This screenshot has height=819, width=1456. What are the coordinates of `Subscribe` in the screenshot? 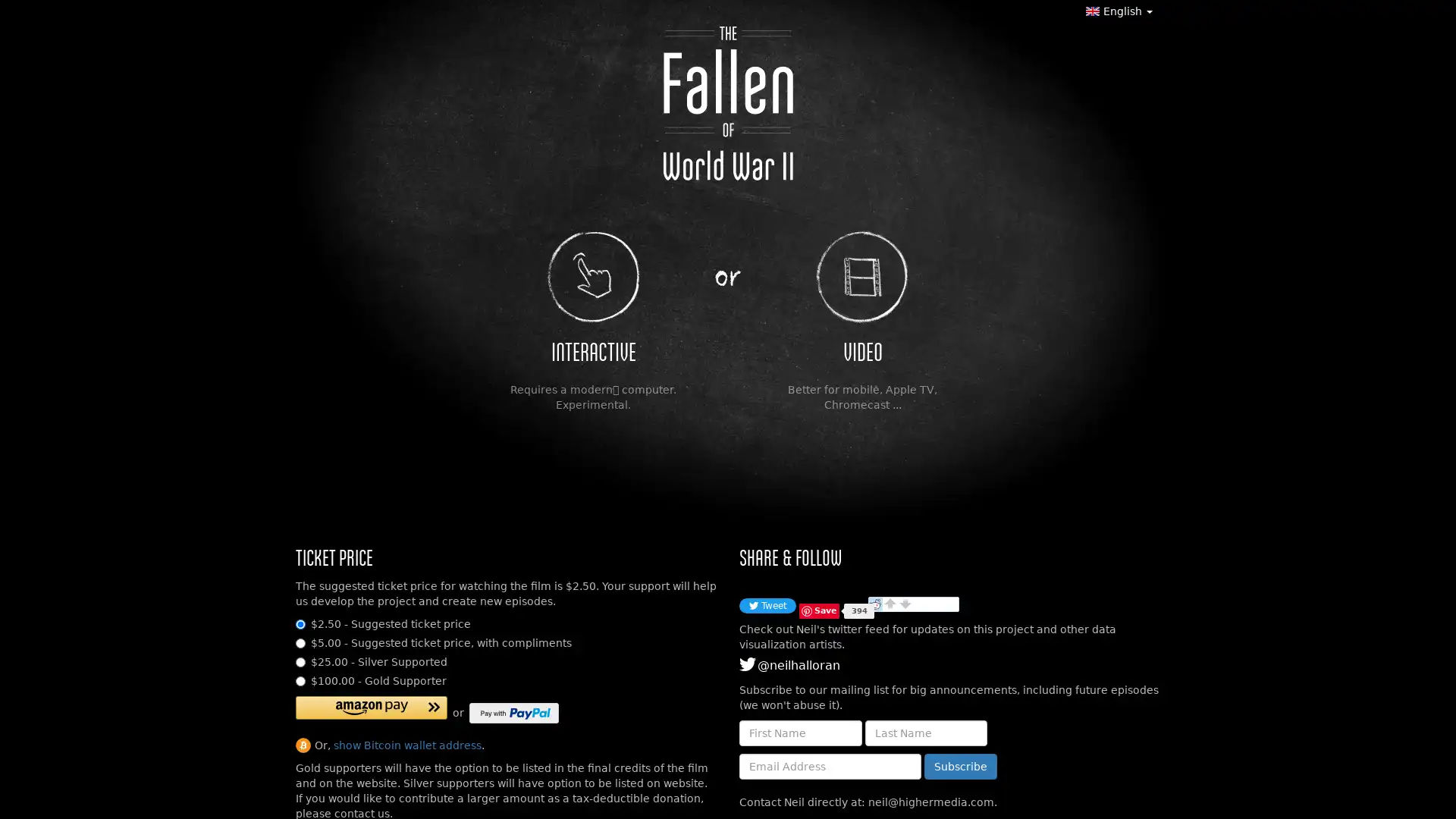 It's located at (960, 766).